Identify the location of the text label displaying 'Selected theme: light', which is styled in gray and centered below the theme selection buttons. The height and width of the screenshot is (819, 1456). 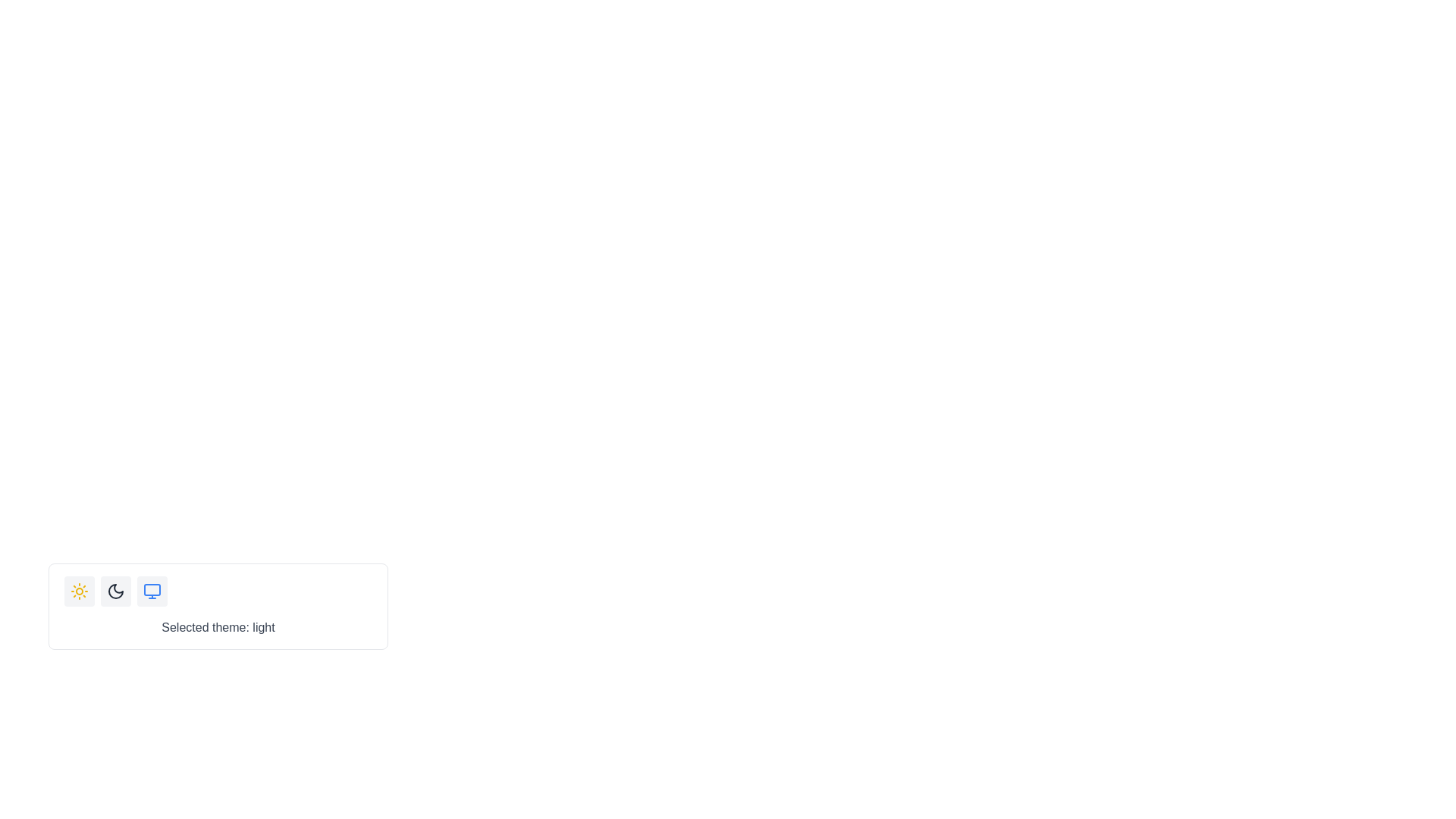
(218, 628).